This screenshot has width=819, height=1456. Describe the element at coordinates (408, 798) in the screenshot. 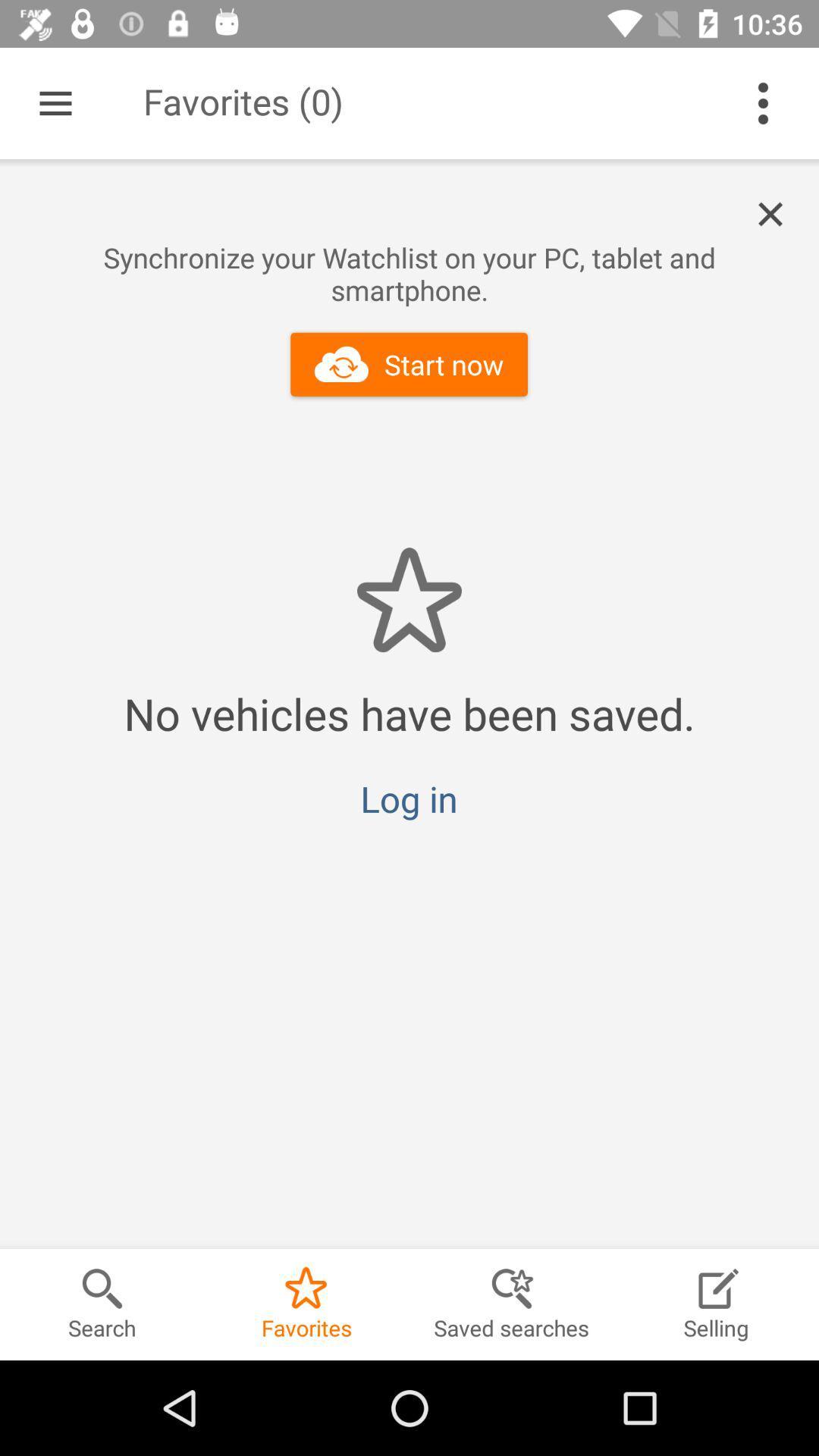

I see `the log in` at that location.